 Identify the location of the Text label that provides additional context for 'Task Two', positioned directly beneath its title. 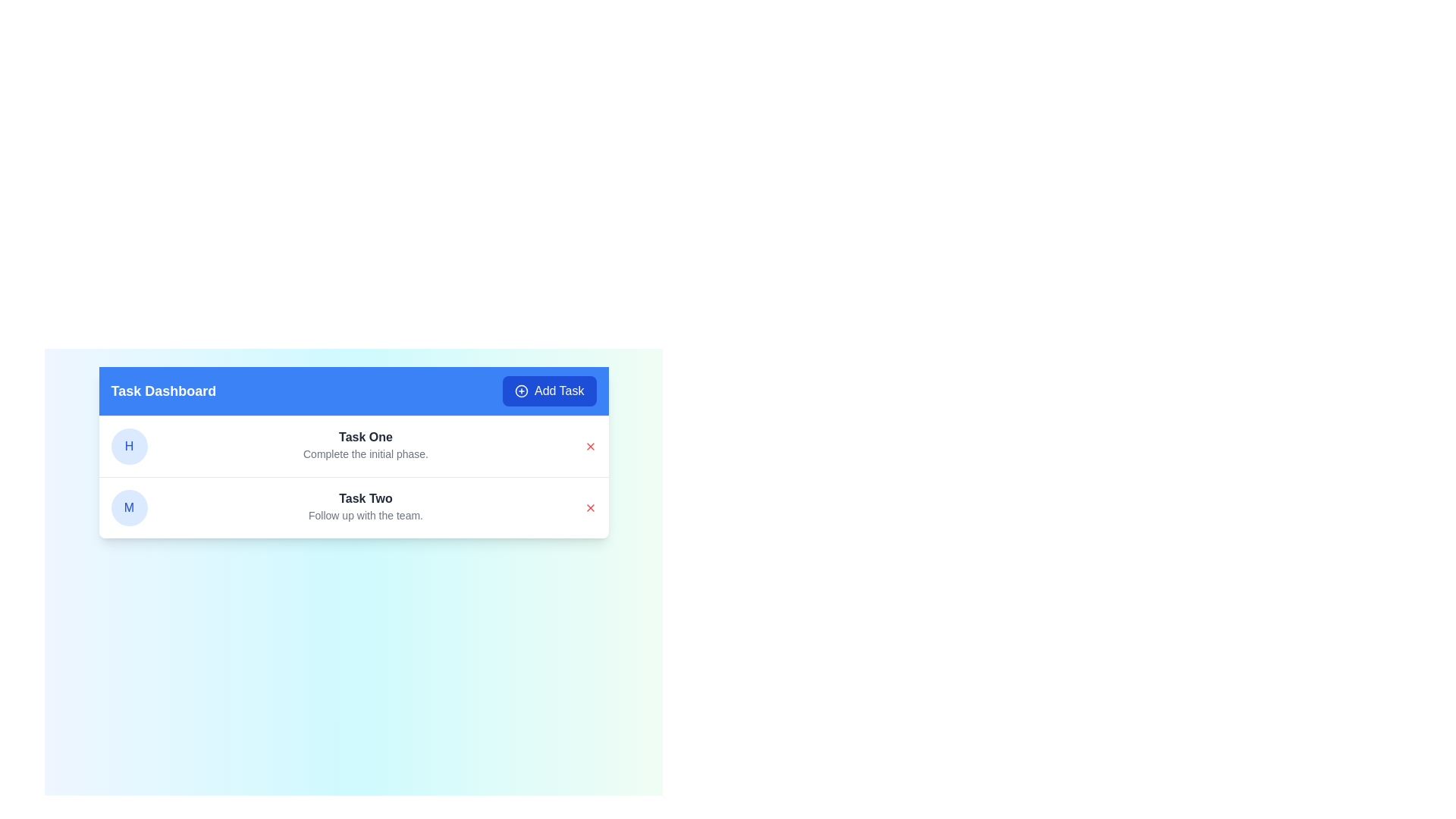
(366, 514).